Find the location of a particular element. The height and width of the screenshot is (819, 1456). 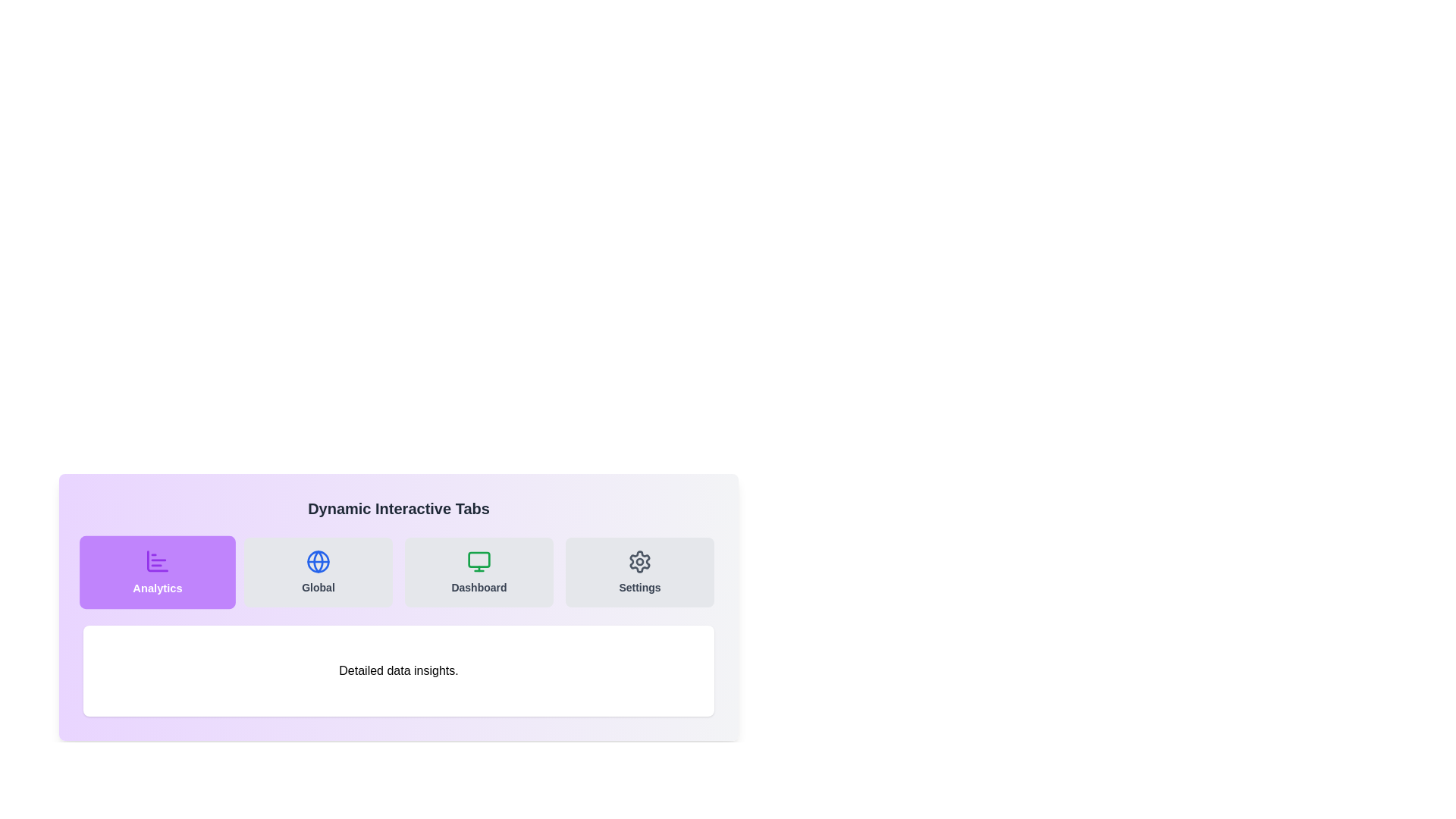

the navigation button located in the grid layout that redirects users to the 'Dashboard' section is located at coordinates (479, 573).